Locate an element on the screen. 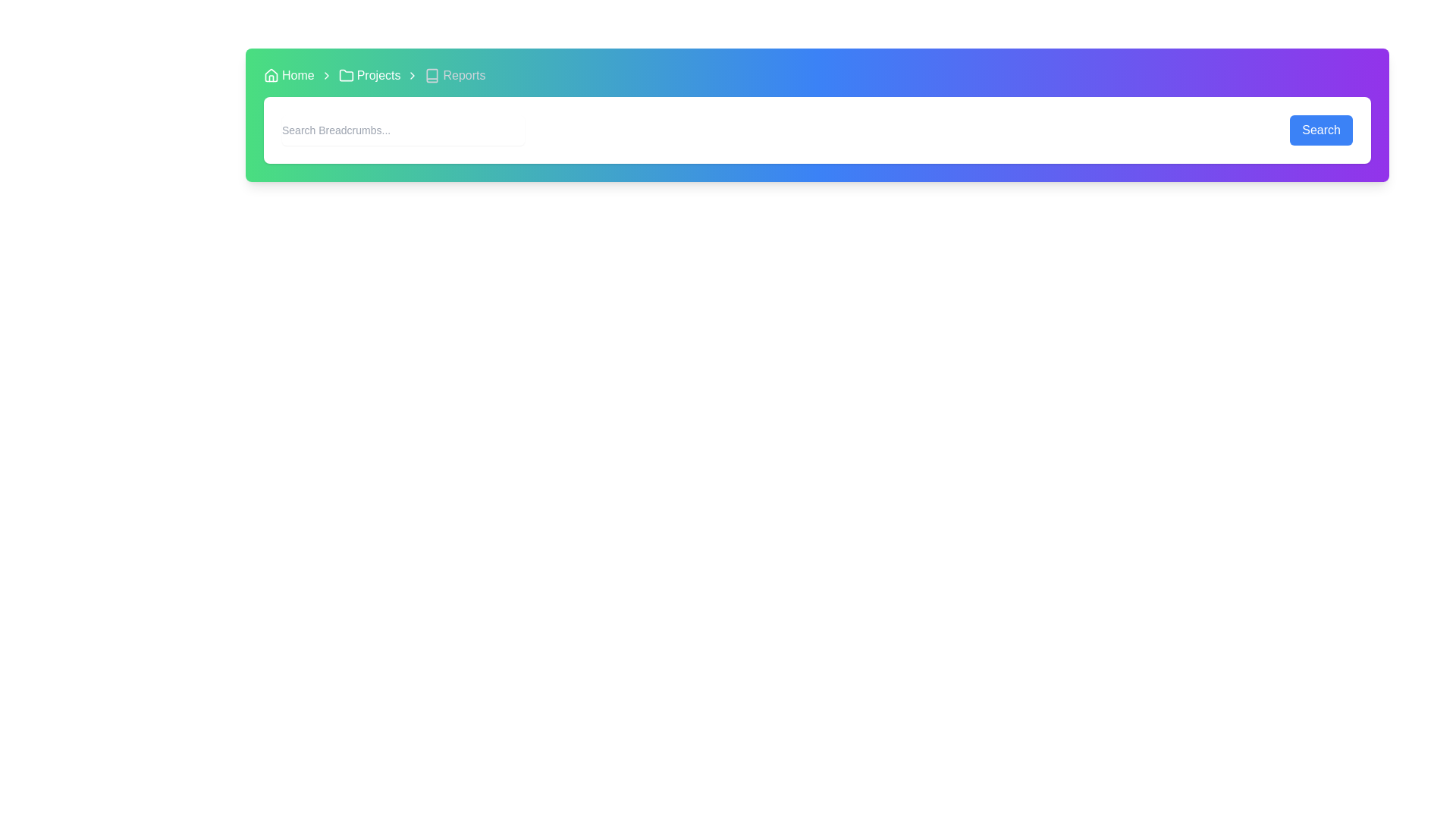 This screenshot has width=1456, height=819. the 'Home' icon in the breadcrumb navigation section, which is located at the far-left of the top bar, preceding the 'Home' text and other breadcrumb items is located at coordinates (271, 75).